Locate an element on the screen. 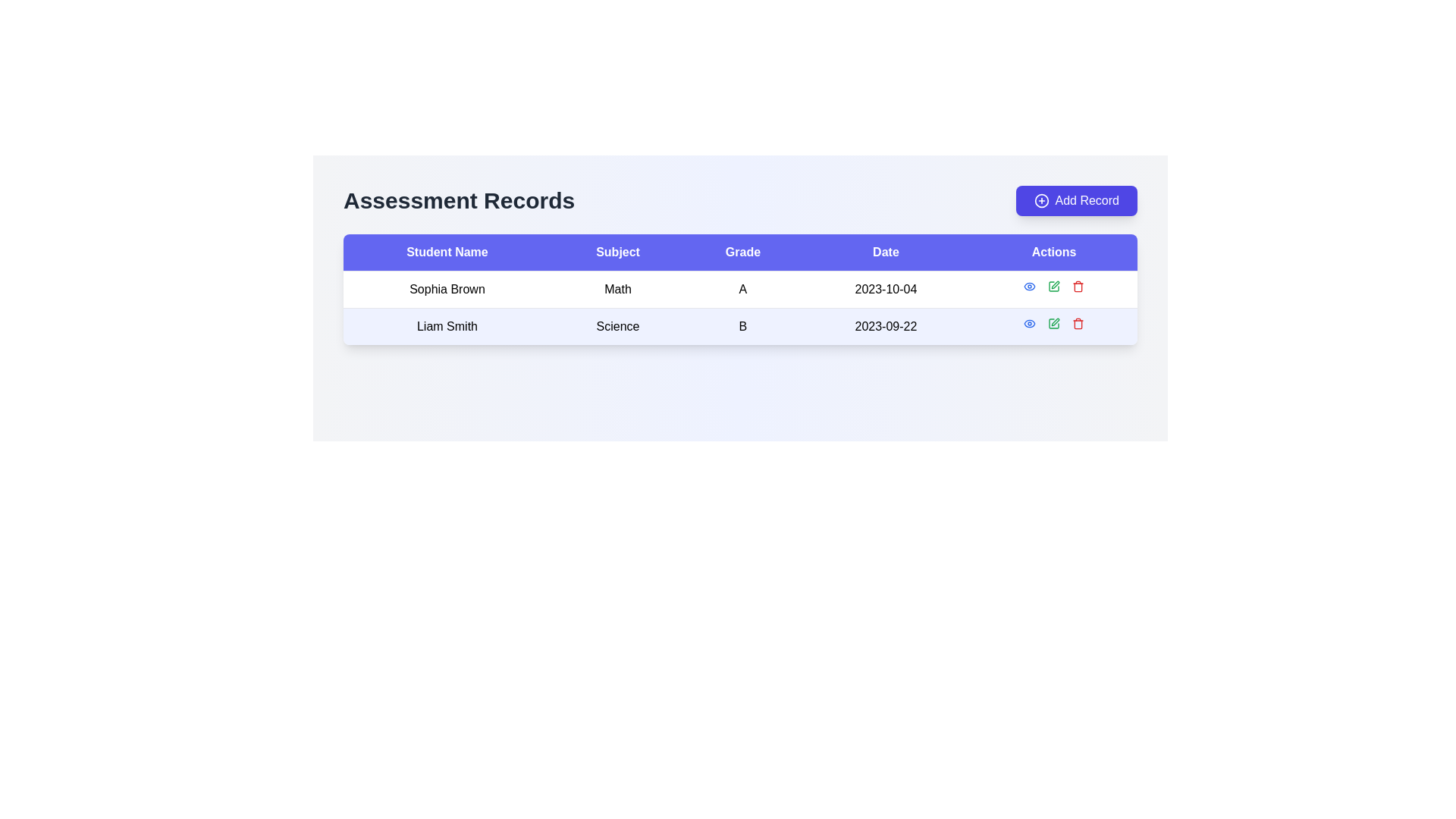 The height and width of the screenshot is (819, 1456). the circular outline graphic icon within the 'Add Record' button located in the top-right corner of the interface to test its interaction feedback is located at coordinates (1040, 200).